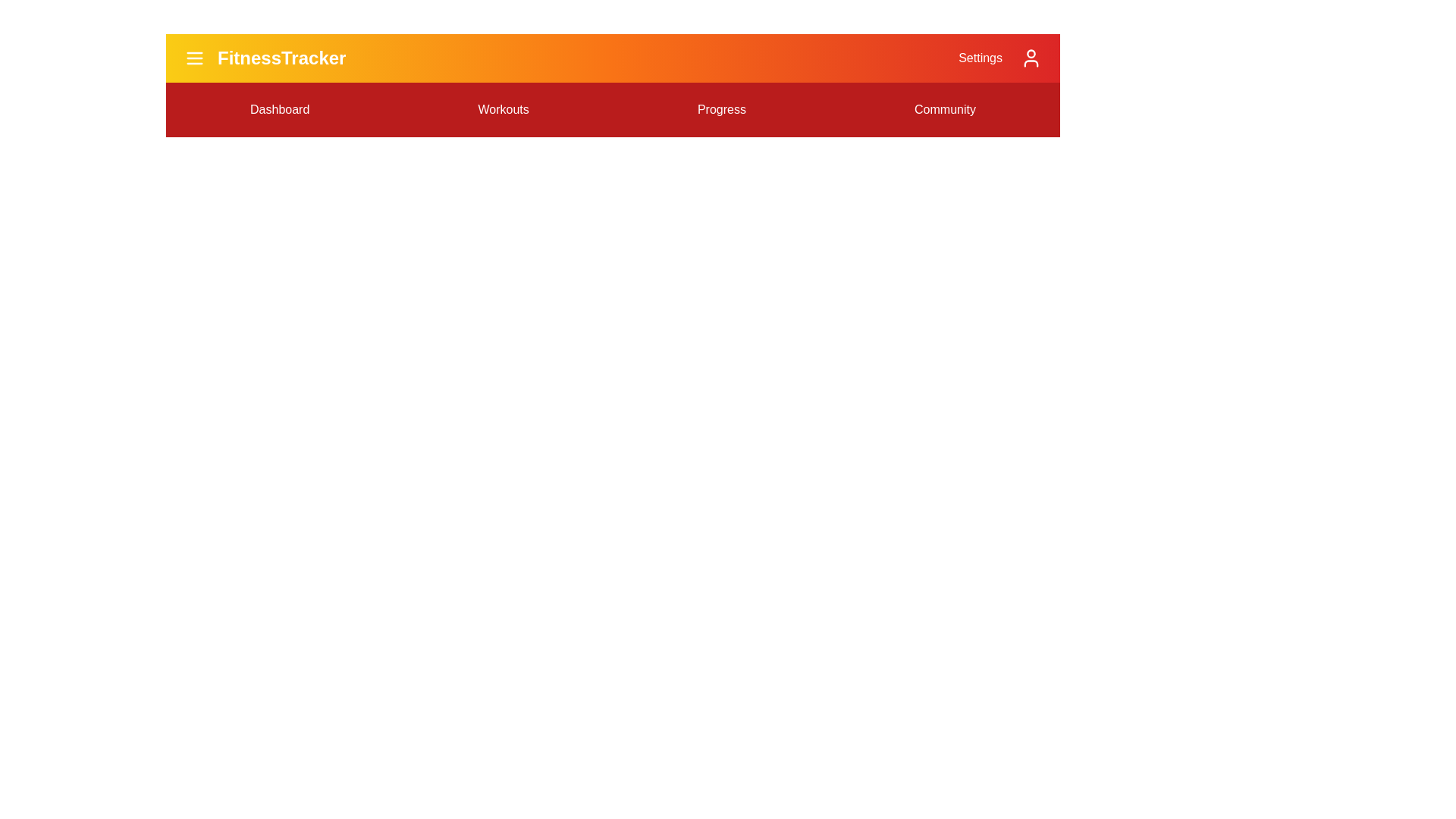  Describe the element at coordinates (980, 58) in the screenshot. I see `the 'Settings' option in the FitnessAppBar` at that location.